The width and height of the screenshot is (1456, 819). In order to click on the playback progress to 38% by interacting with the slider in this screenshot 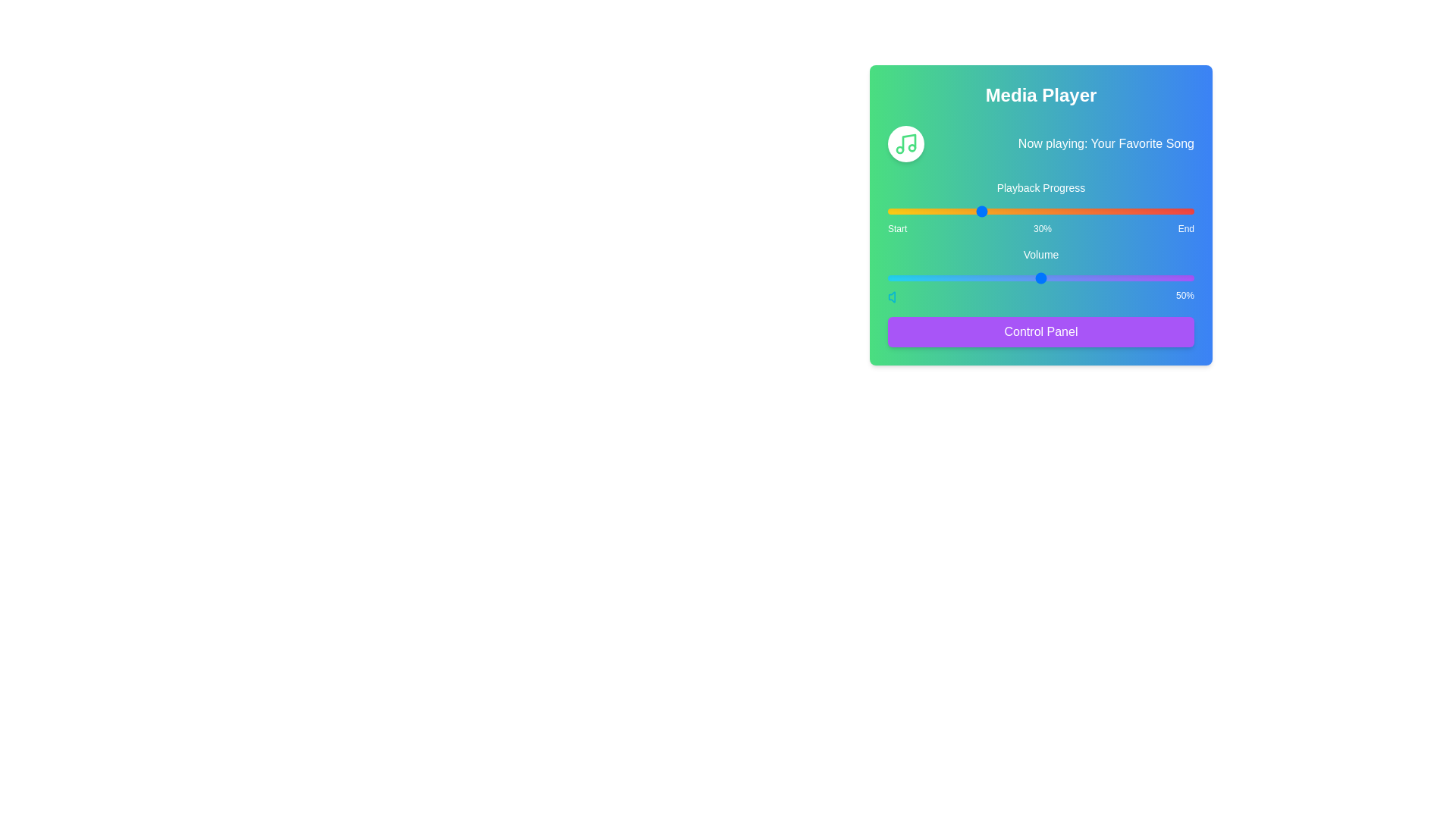, I will do `click(1004, 211)`.